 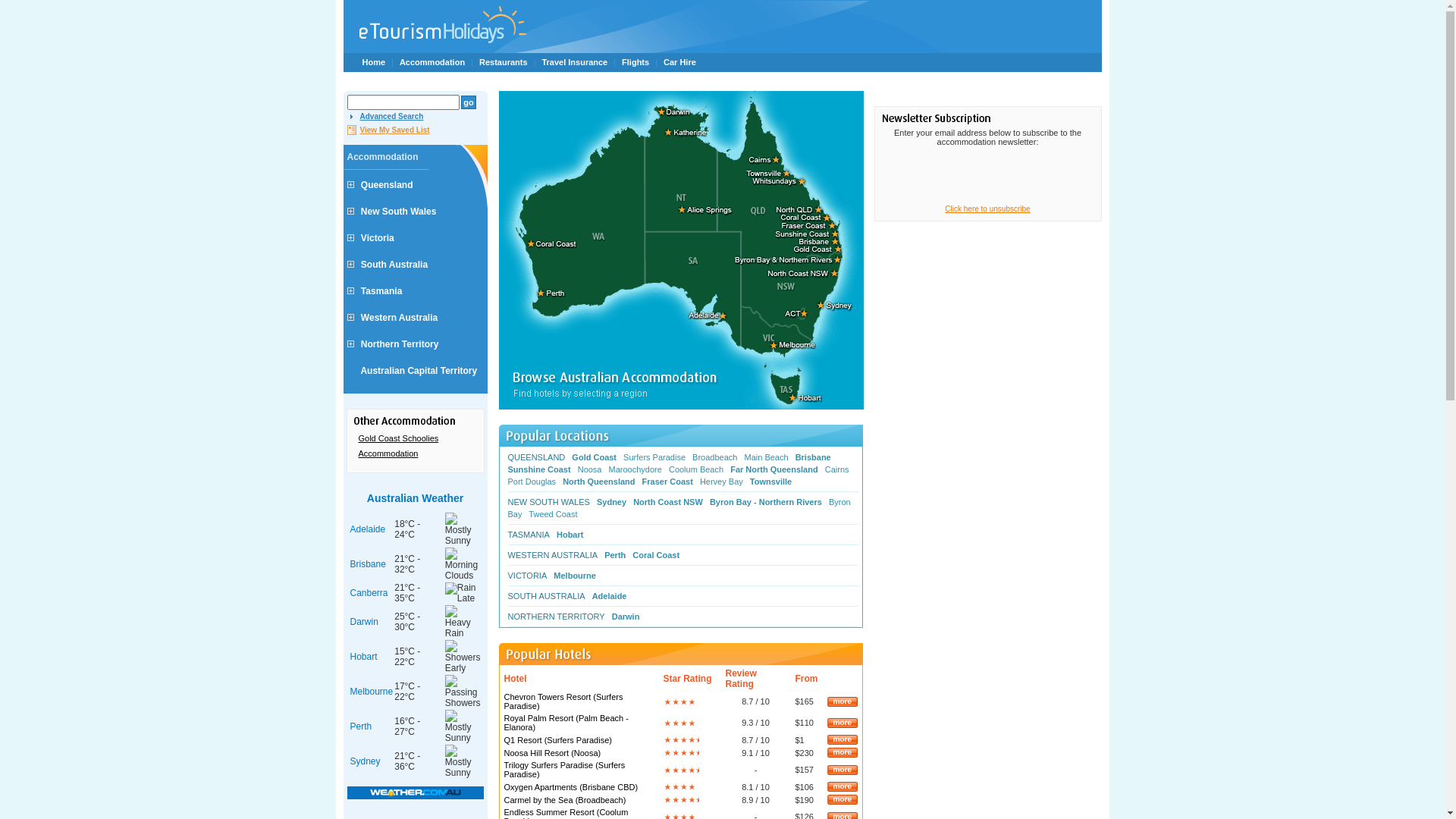 I want to click on 'Noosa Hill Resort (Noosa)', so click(x=551, y=752).